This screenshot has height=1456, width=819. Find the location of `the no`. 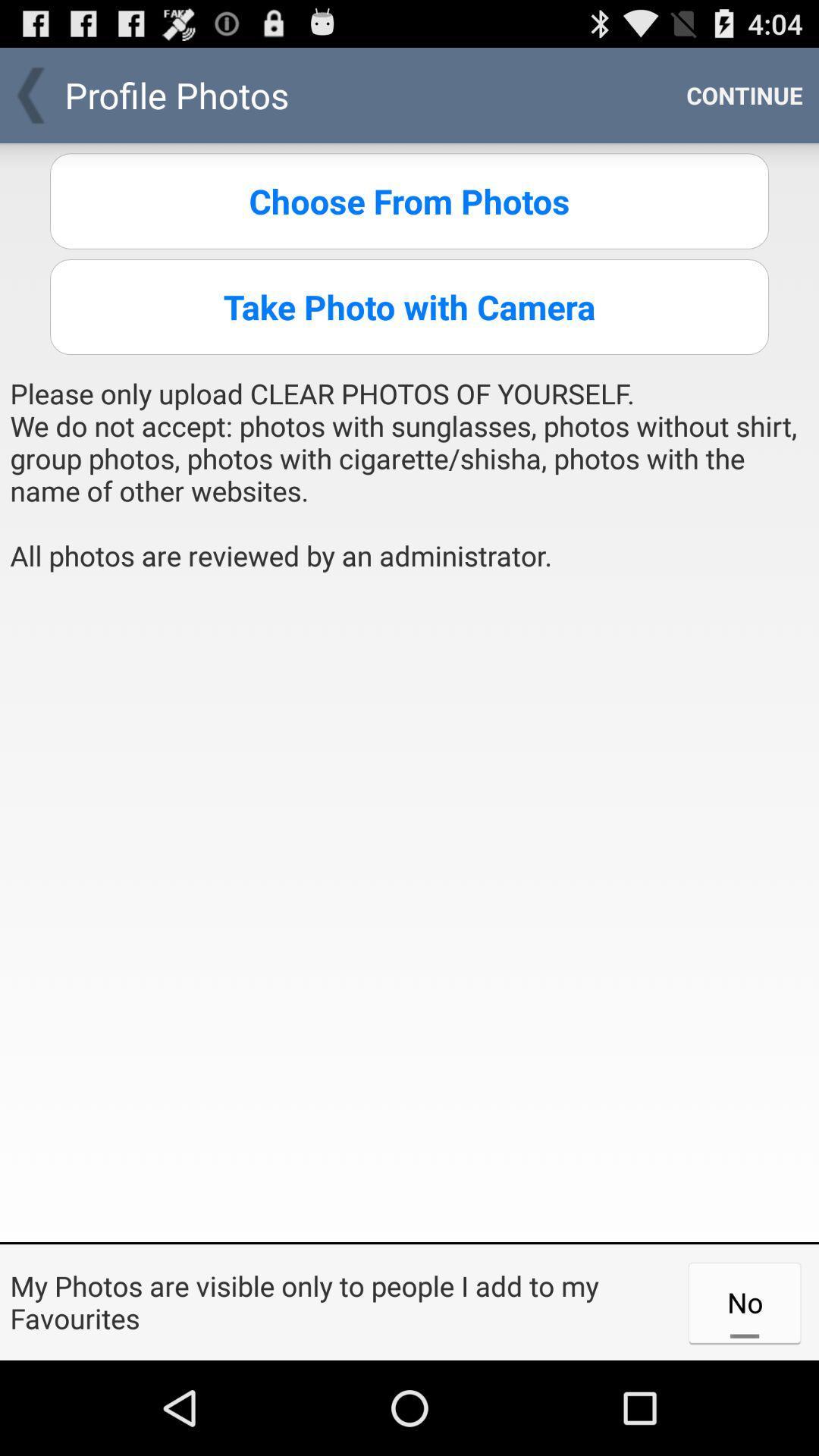

the no is located at coordinates (744, 1301).